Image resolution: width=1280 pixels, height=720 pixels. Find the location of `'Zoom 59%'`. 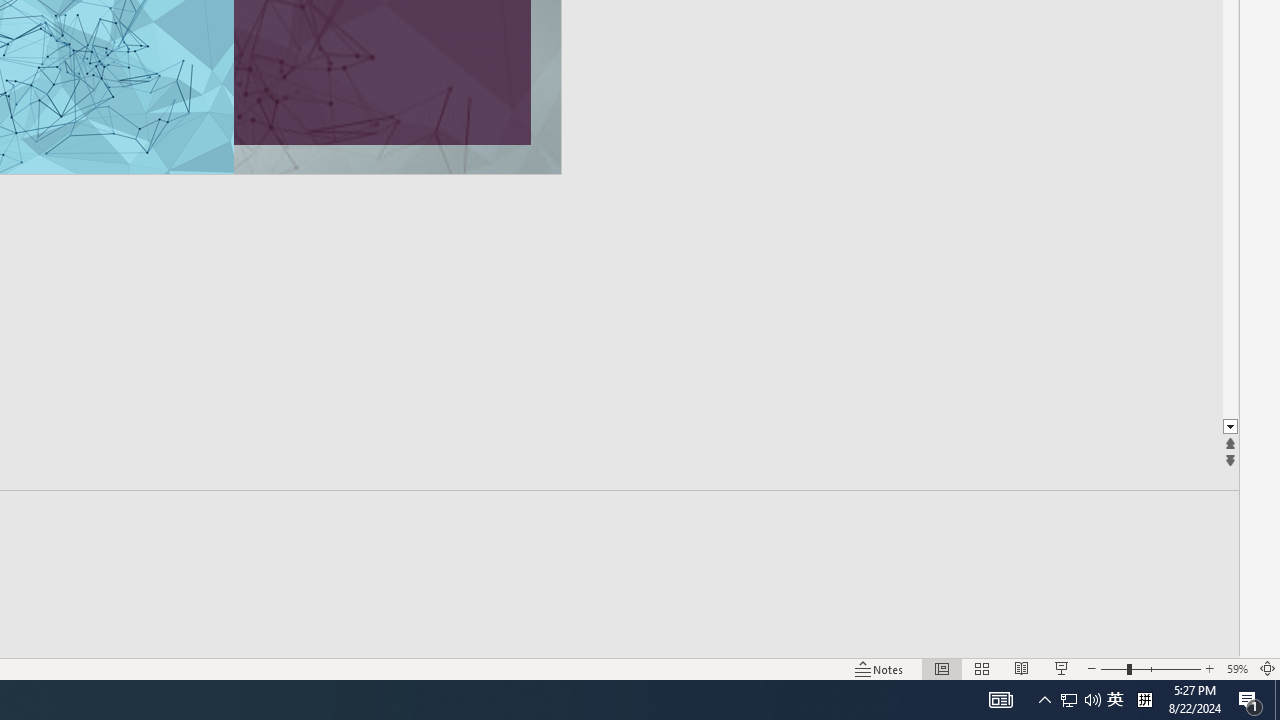

'Zoom 59%' is located at coordinates (1236, 669).